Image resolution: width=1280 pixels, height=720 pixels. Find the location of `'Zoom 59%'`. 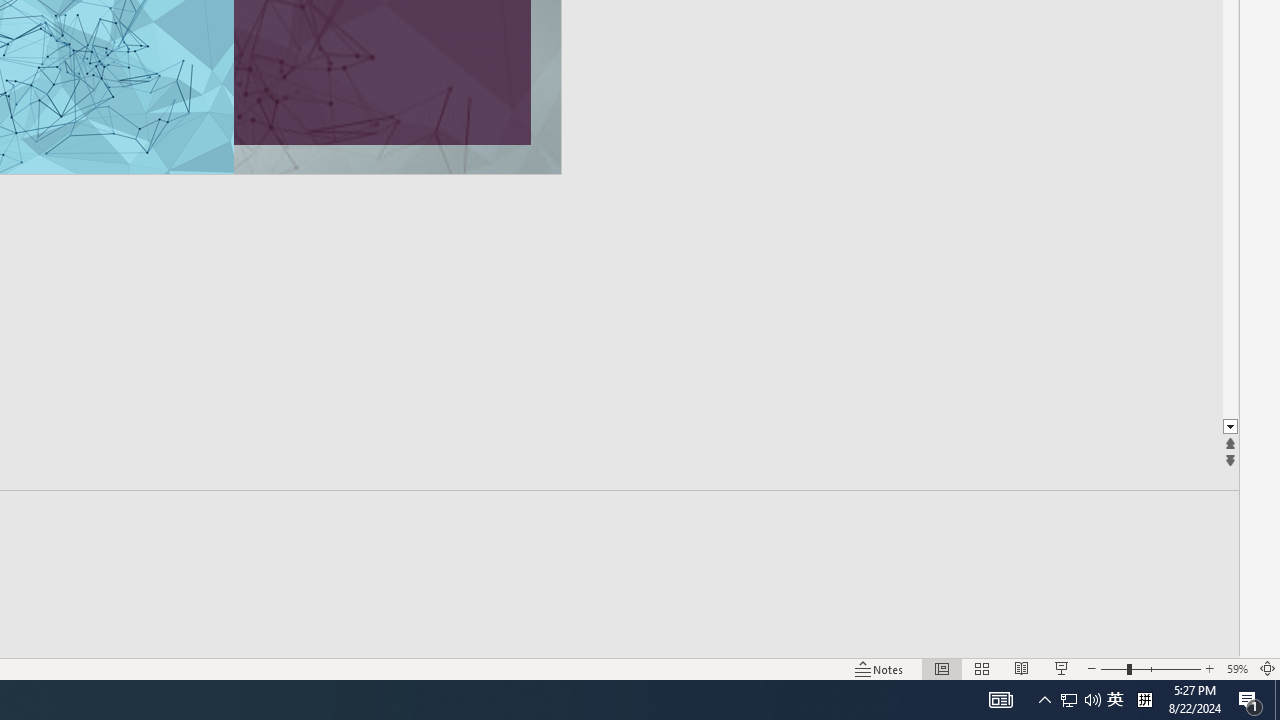

'Zoom 59%' is located at coordinates (1236, 669).